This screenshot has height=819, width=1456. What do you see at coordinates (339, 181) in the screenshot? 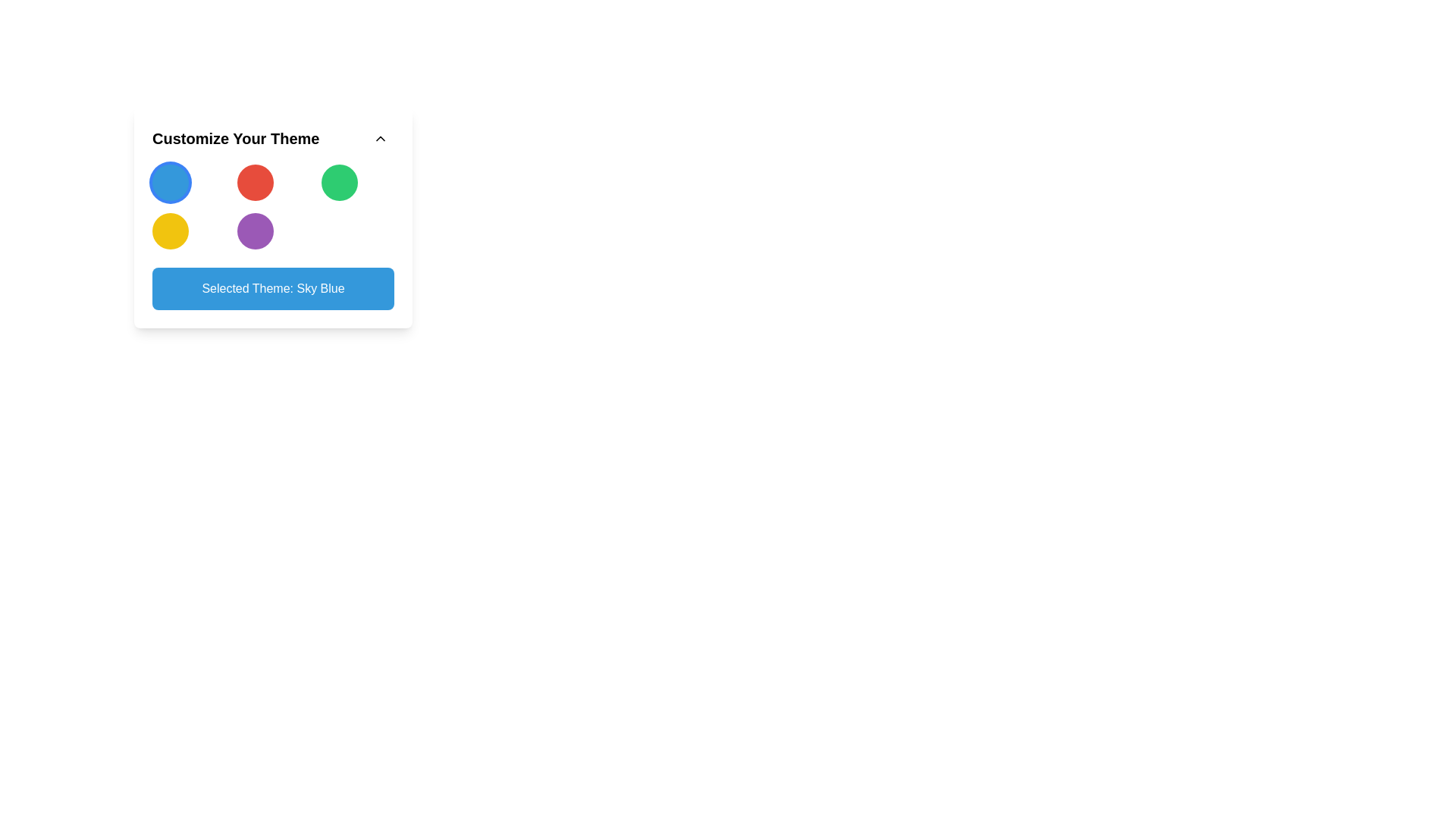
I see `the button representing the 'Forest Green' theme, located in the top row, third column of the grid layout of round colored buttons` at bounding box center [339, 181].